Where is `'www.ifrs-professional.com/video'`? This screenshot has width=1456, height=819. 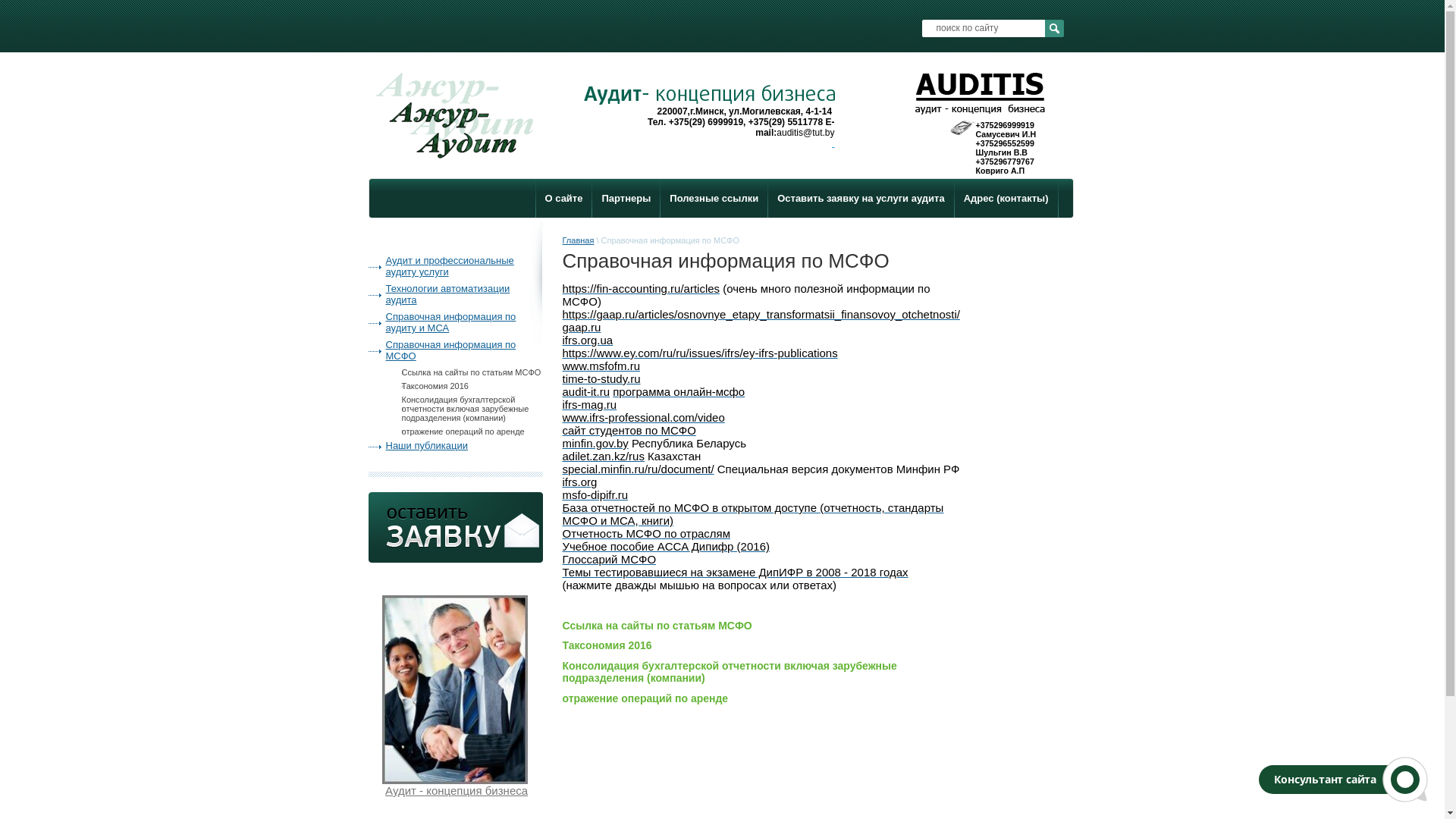
'www.ifrs-professional.com/video' is located at coordinates (644, 417).